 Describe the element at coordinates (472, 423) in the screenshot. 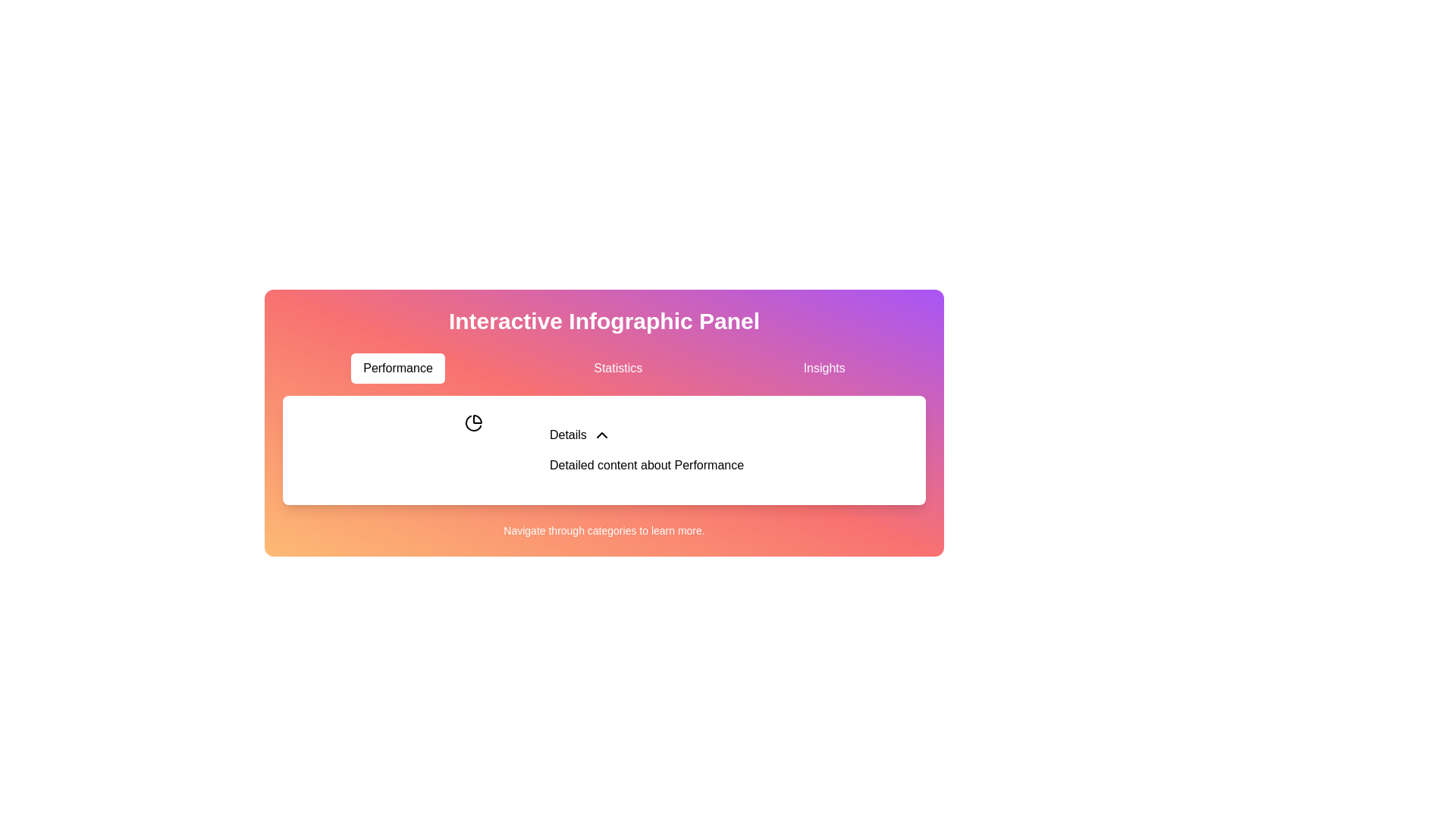

I see `the circular pie-chart icon located within a white card, right below the 'Performance' tab and to the left of the 'Details' title` at that location.